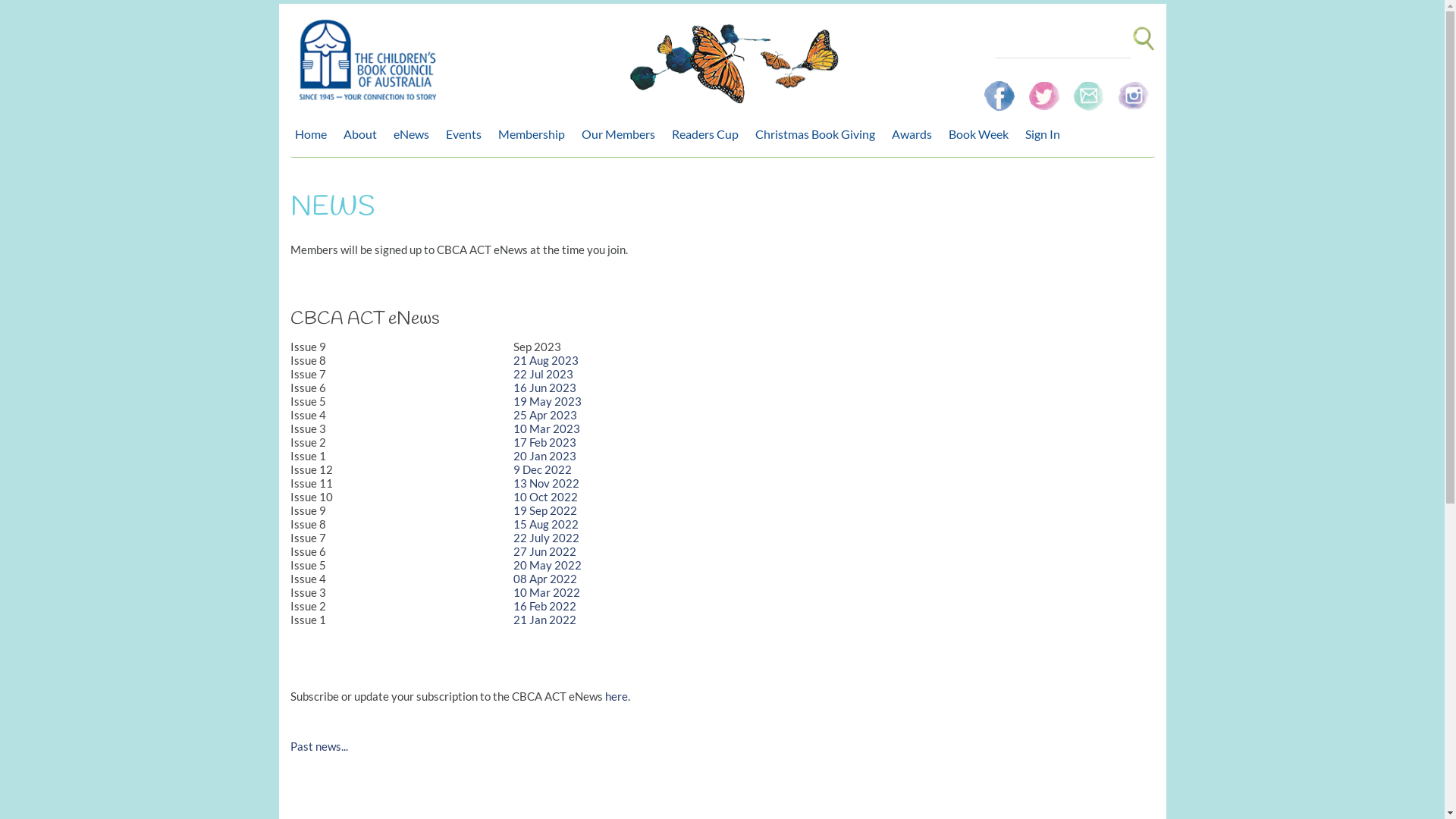 This screenshot has height=819, width=1456. Describe the element at coordinates (312, 133) in the screenshot. I see `'Home'` at that location.